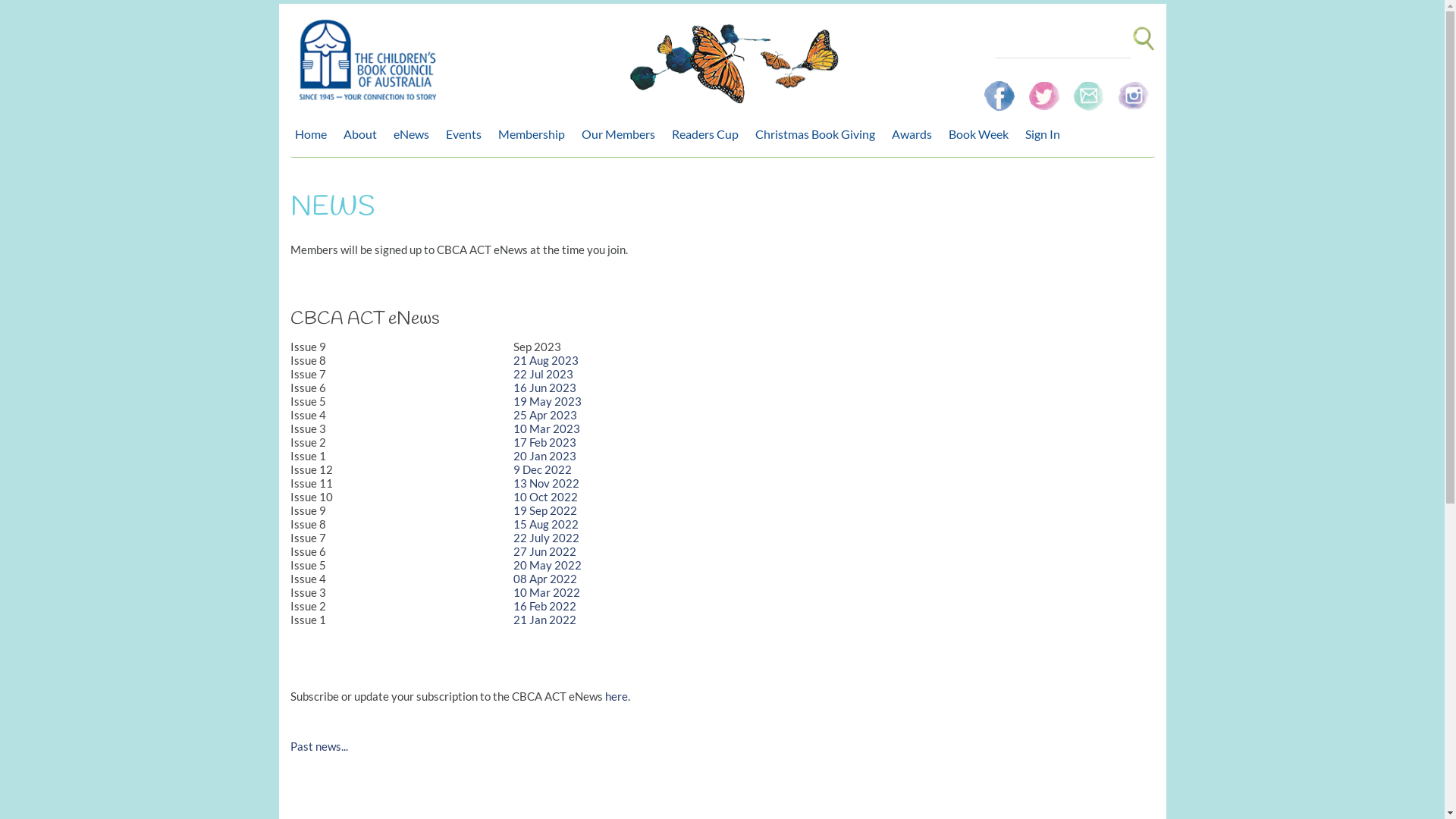 This screenshot has height=819, width=1456. Describe the element at coordinates (312, 133) in the screenshot. I see `'Home'` at that location.